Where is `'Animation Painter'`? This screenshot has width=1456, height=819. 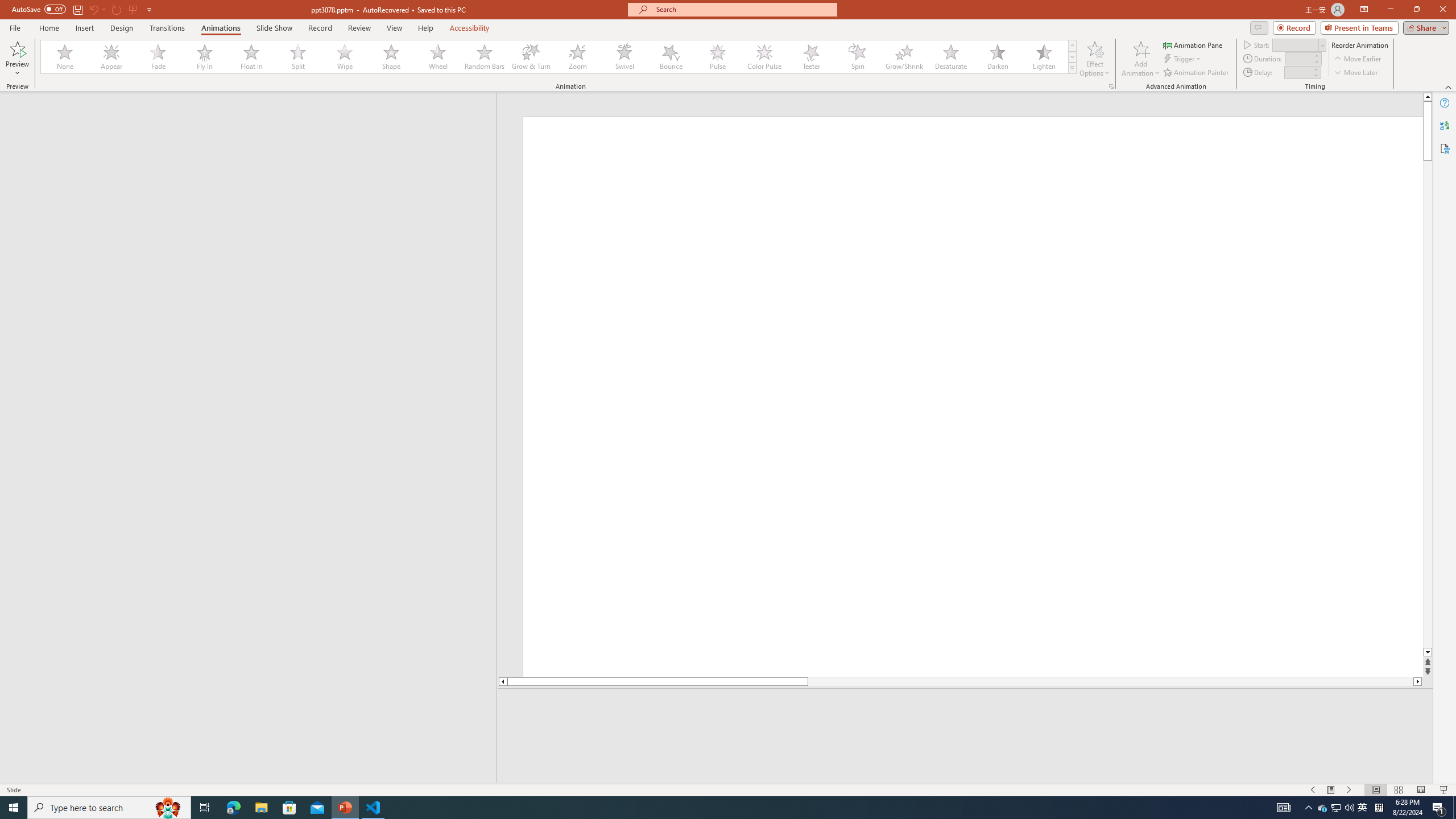 'Animation Painter' is located at coordinates (1196, 72).